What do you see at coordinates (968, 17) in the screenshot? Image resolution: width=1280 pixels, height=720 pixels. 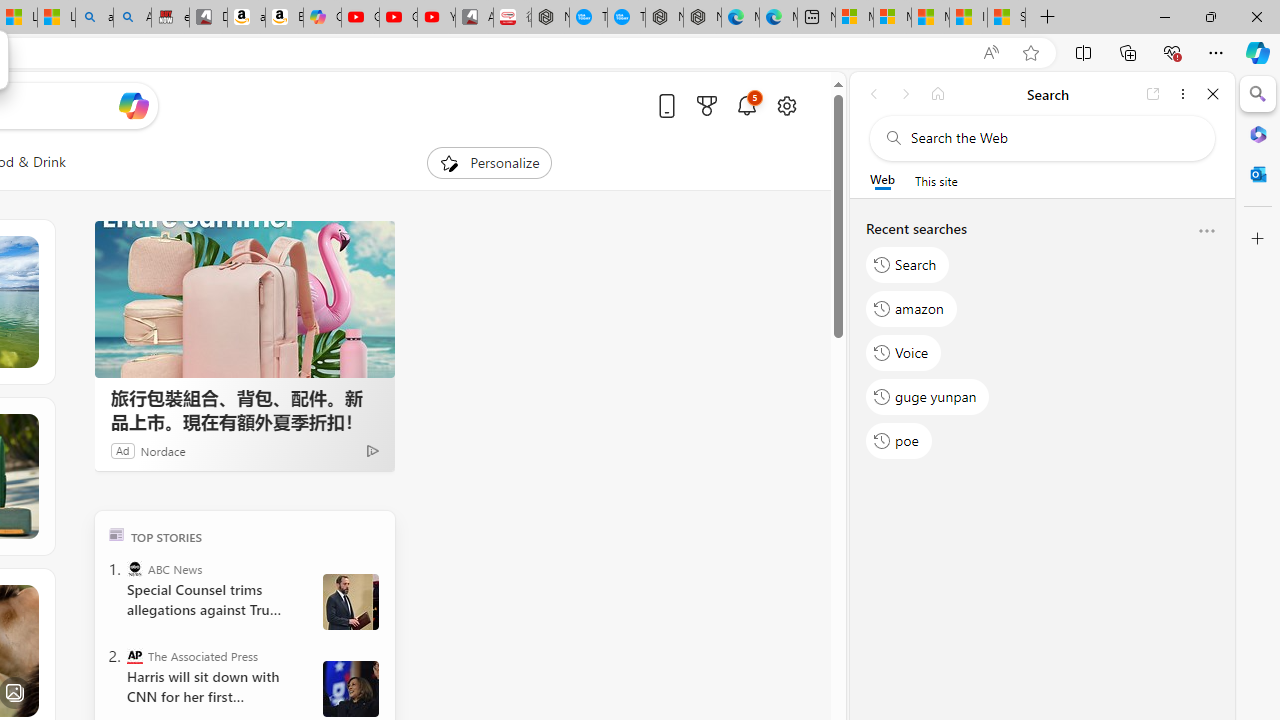 I see `'I Gained 20 Pounds of Muscle in 30 Days! | Watch'` at bounding box center [968, 17].